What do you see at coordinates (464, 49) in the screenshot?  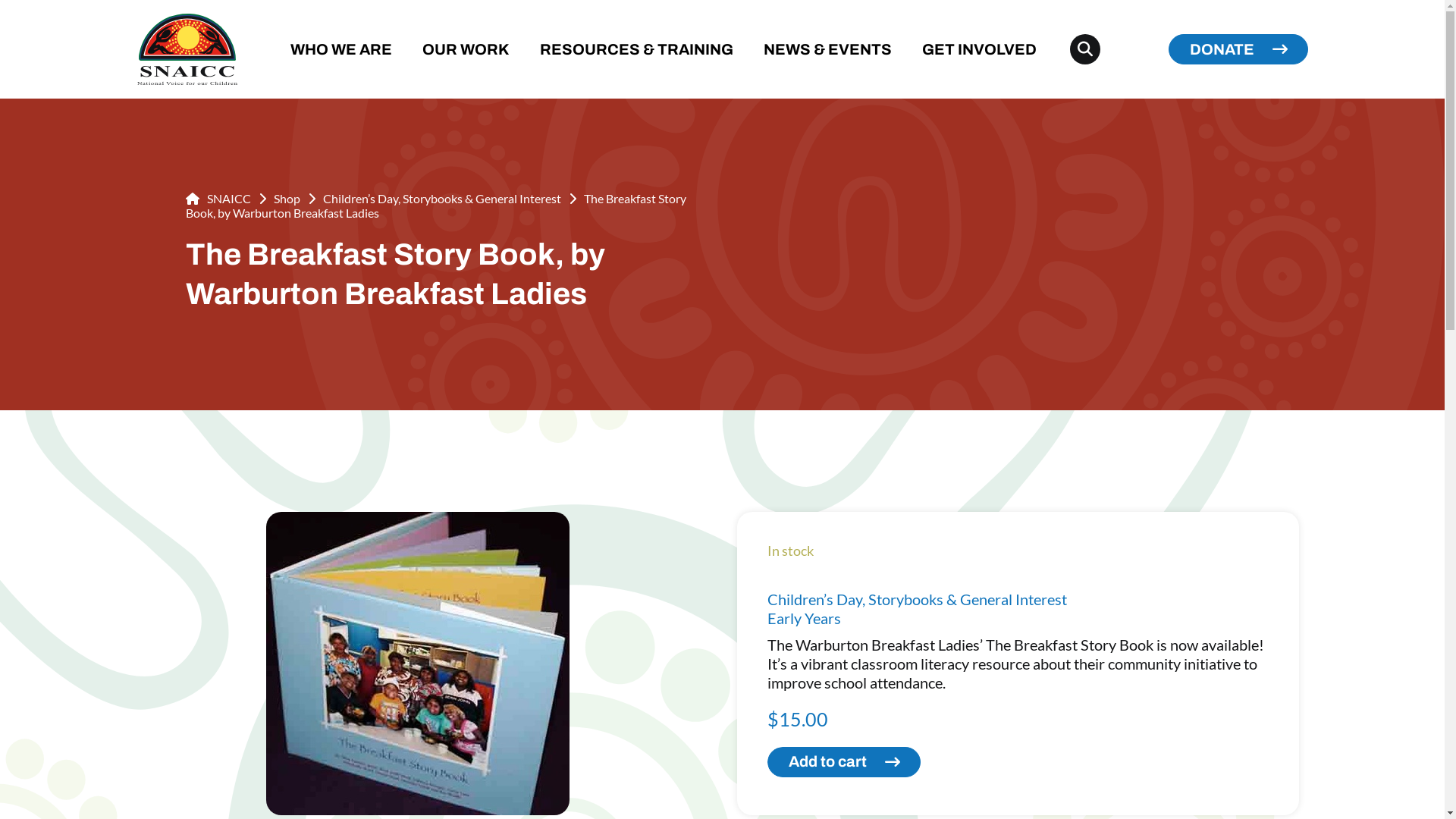 I see `'OUR WORK'` at bounding box center [464, 49].